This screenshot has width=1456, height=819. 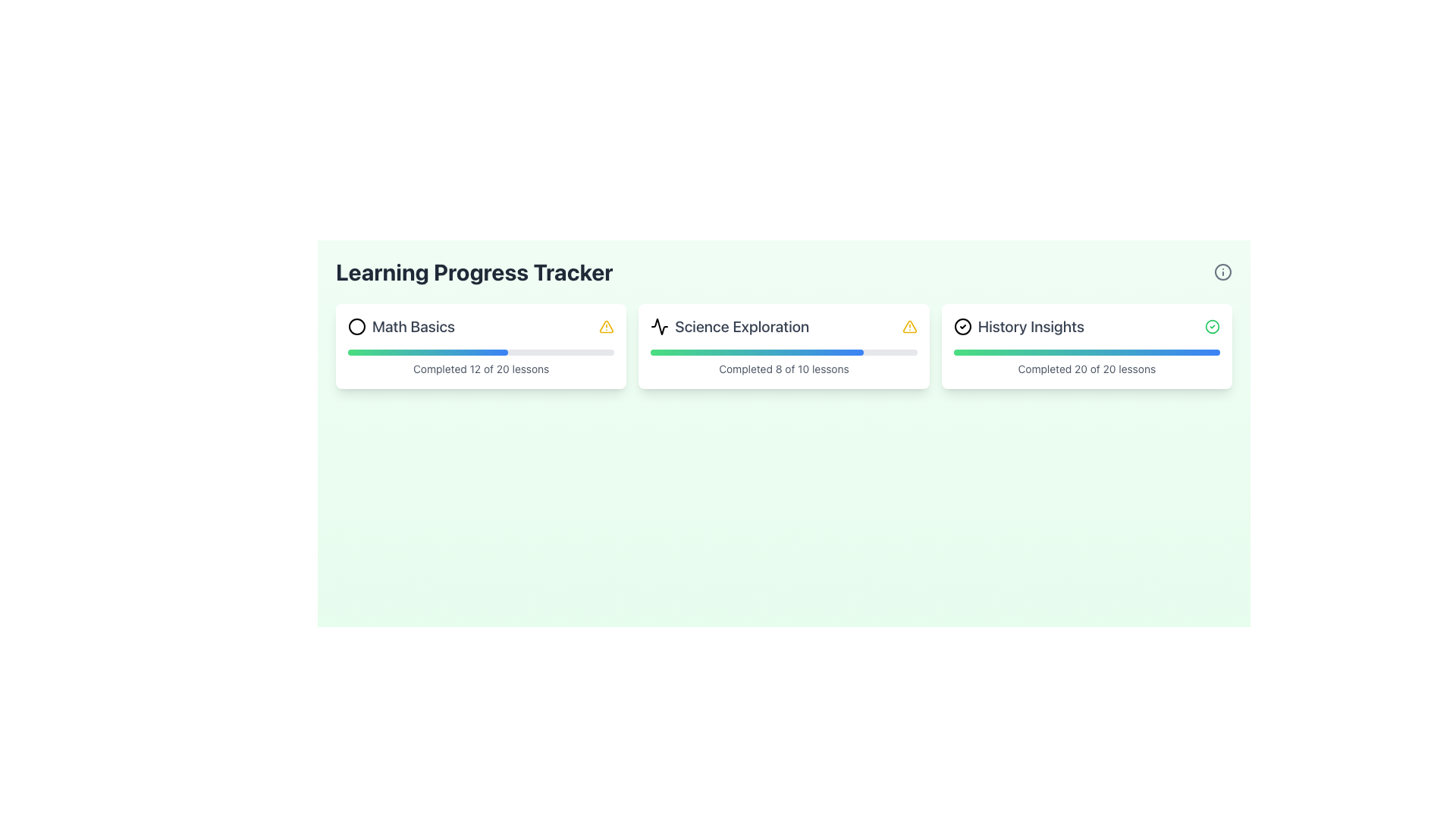 What do you see at coordinates (480, 346) in the screenshot?
I see `the progress bar of the 'Math Basics' informational card, which is the leftmost of three horizontally aligned cards in a grid layout` at bounding box center [480, 346].